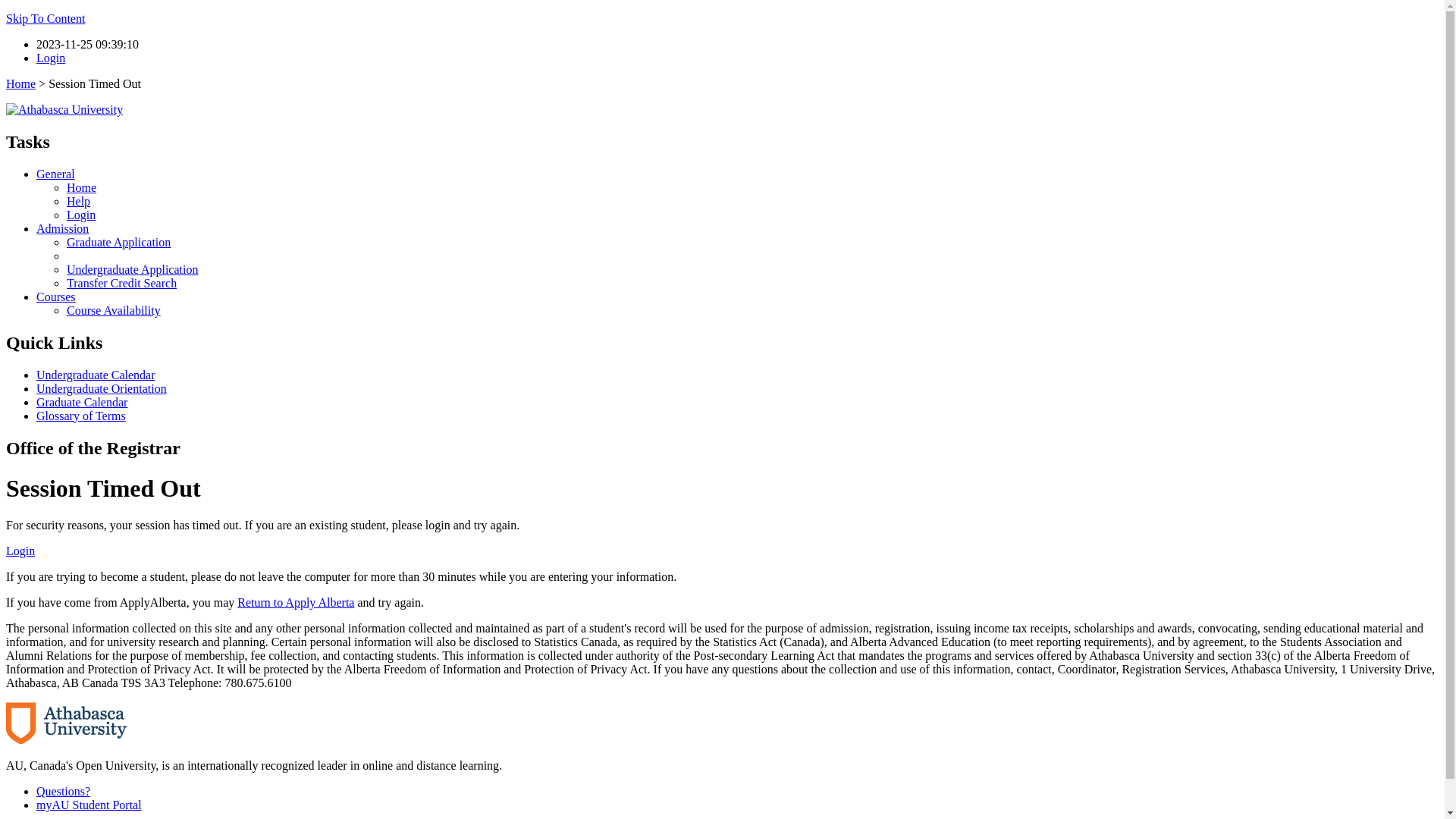  What do you see at coordinates (45, 18) in the screenshot?
I see `'Skip To Content'` at bounding box center [45, 18].